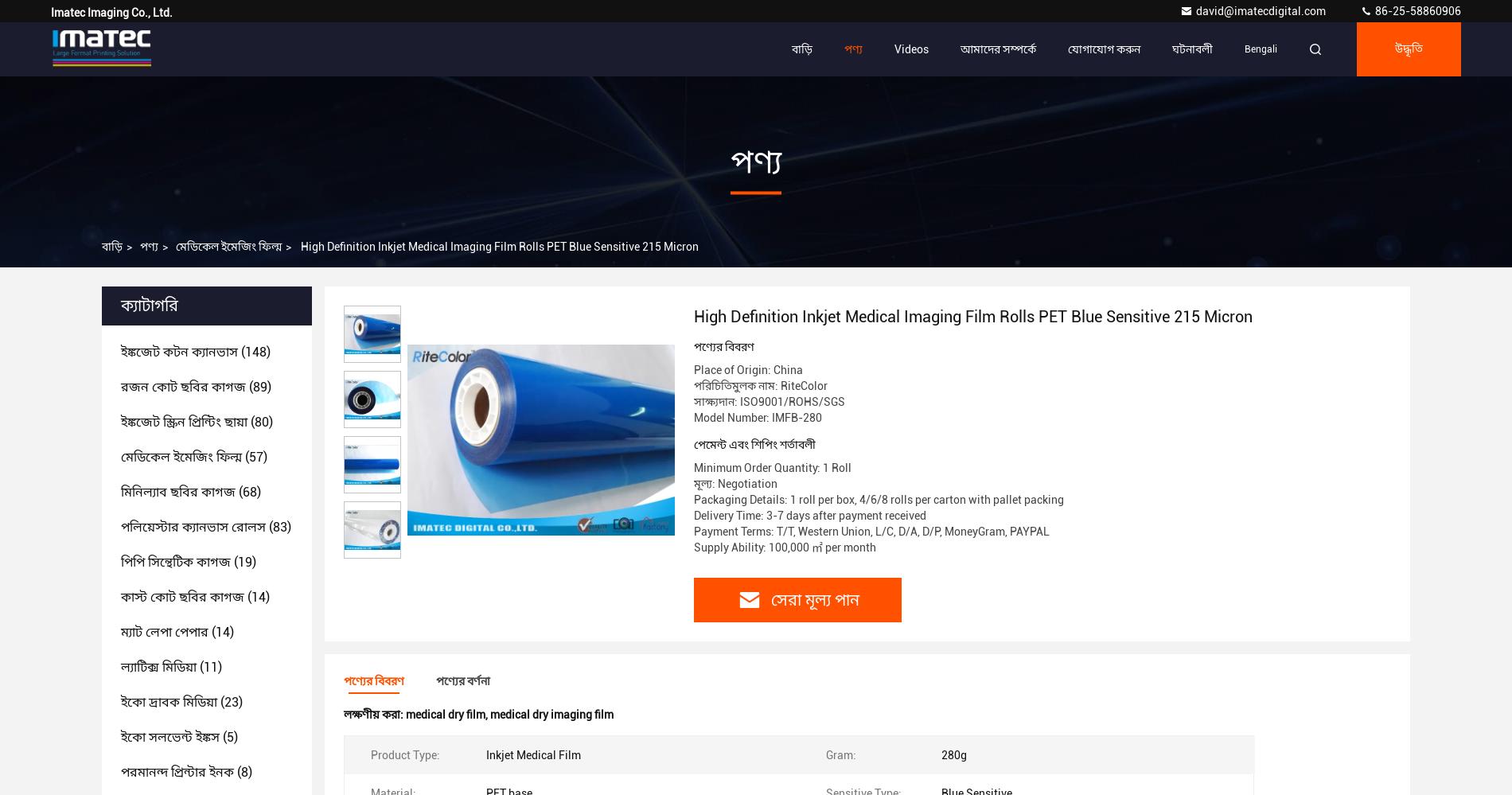  I want to click on '(83)', so click(277, 526).